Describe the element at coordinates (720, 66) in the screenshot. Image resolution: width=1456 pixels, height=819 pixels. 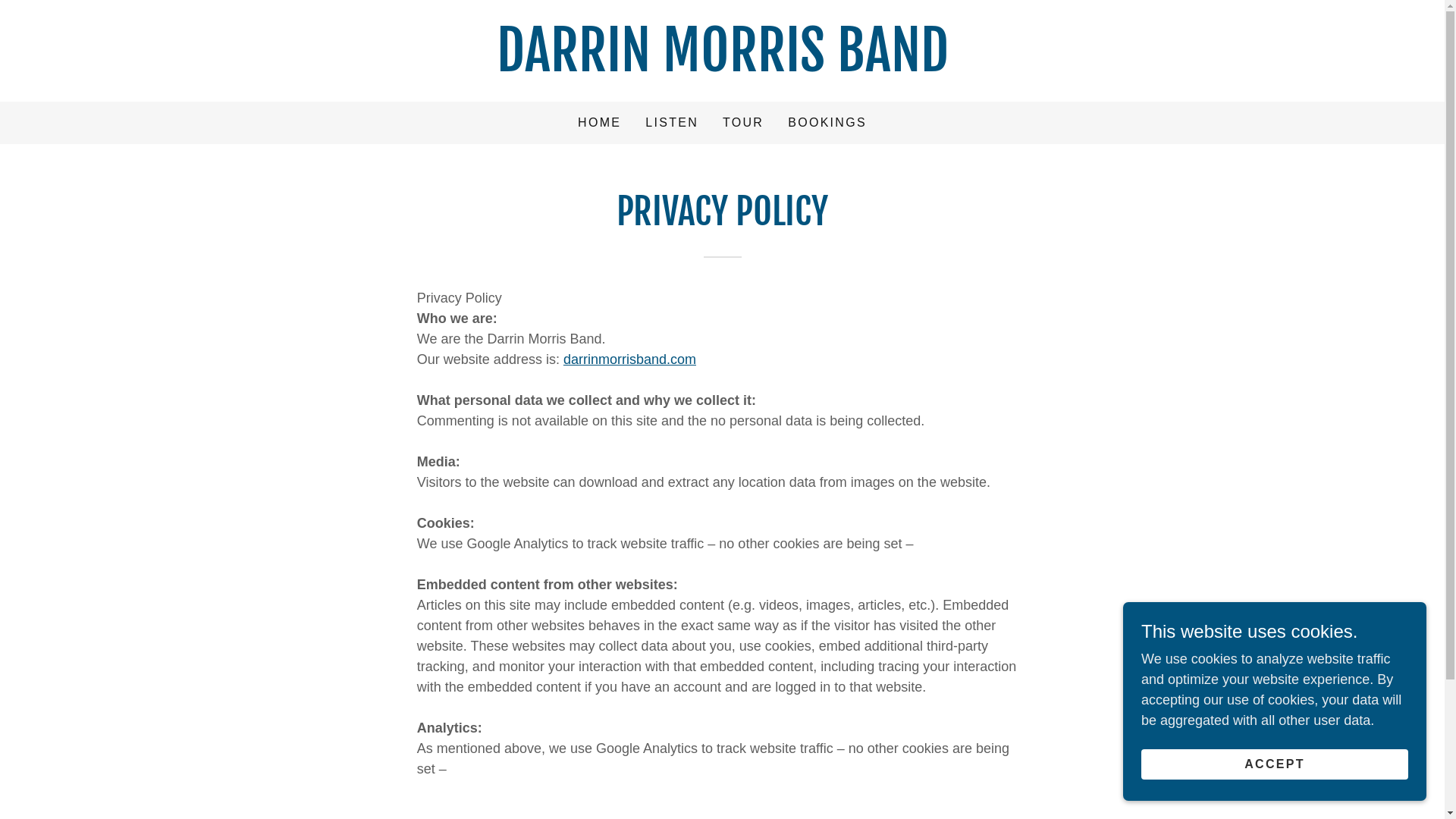
I see `'DARRIN MORRIS BAND'` at that location.